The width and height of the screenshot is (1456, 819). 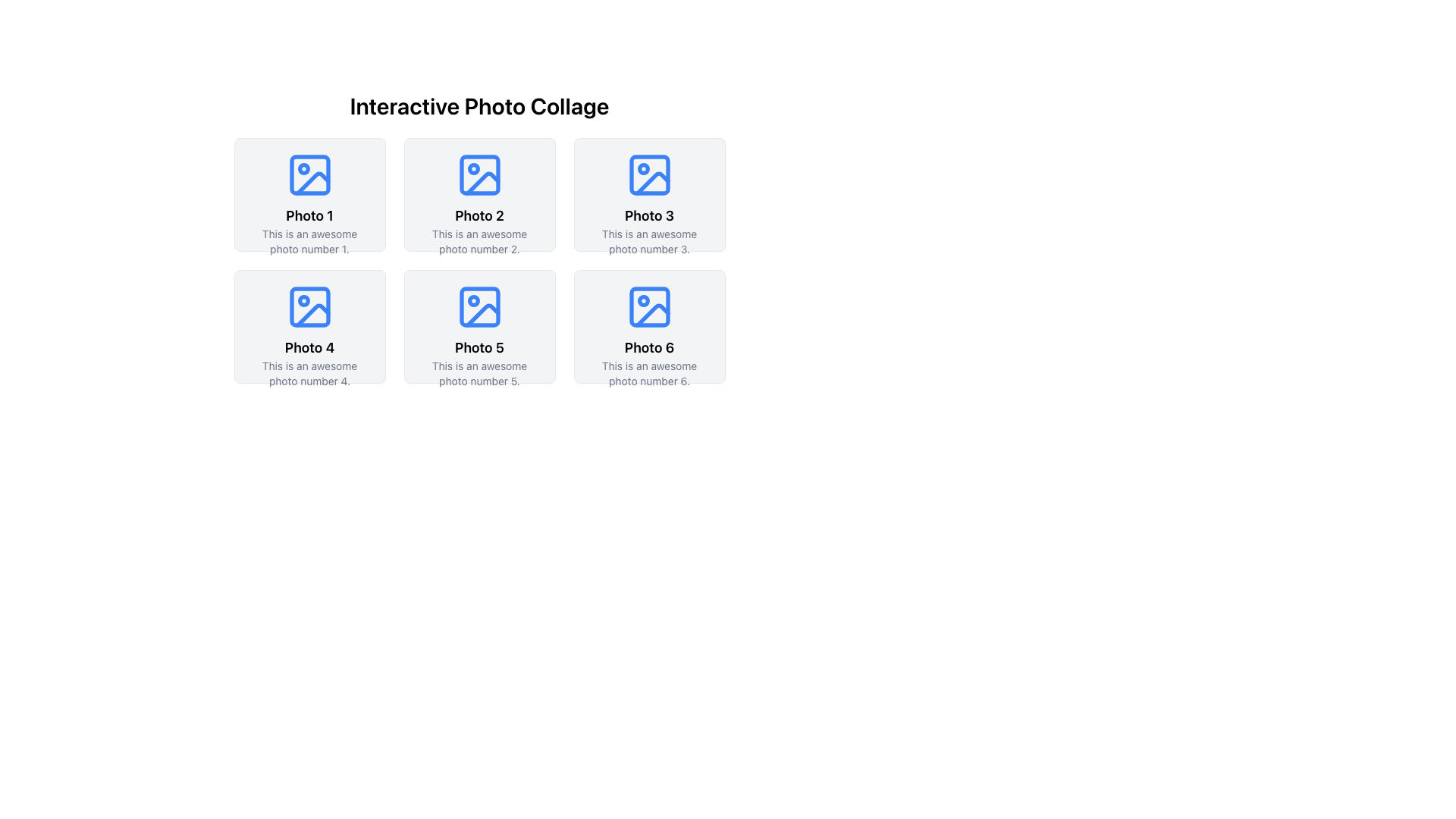 What do you see at coordinates (479, 326) in the screenshot?
I see `the photo entry card positioned in the lower-left section of the grid layout` at bounding box center [479, 326].